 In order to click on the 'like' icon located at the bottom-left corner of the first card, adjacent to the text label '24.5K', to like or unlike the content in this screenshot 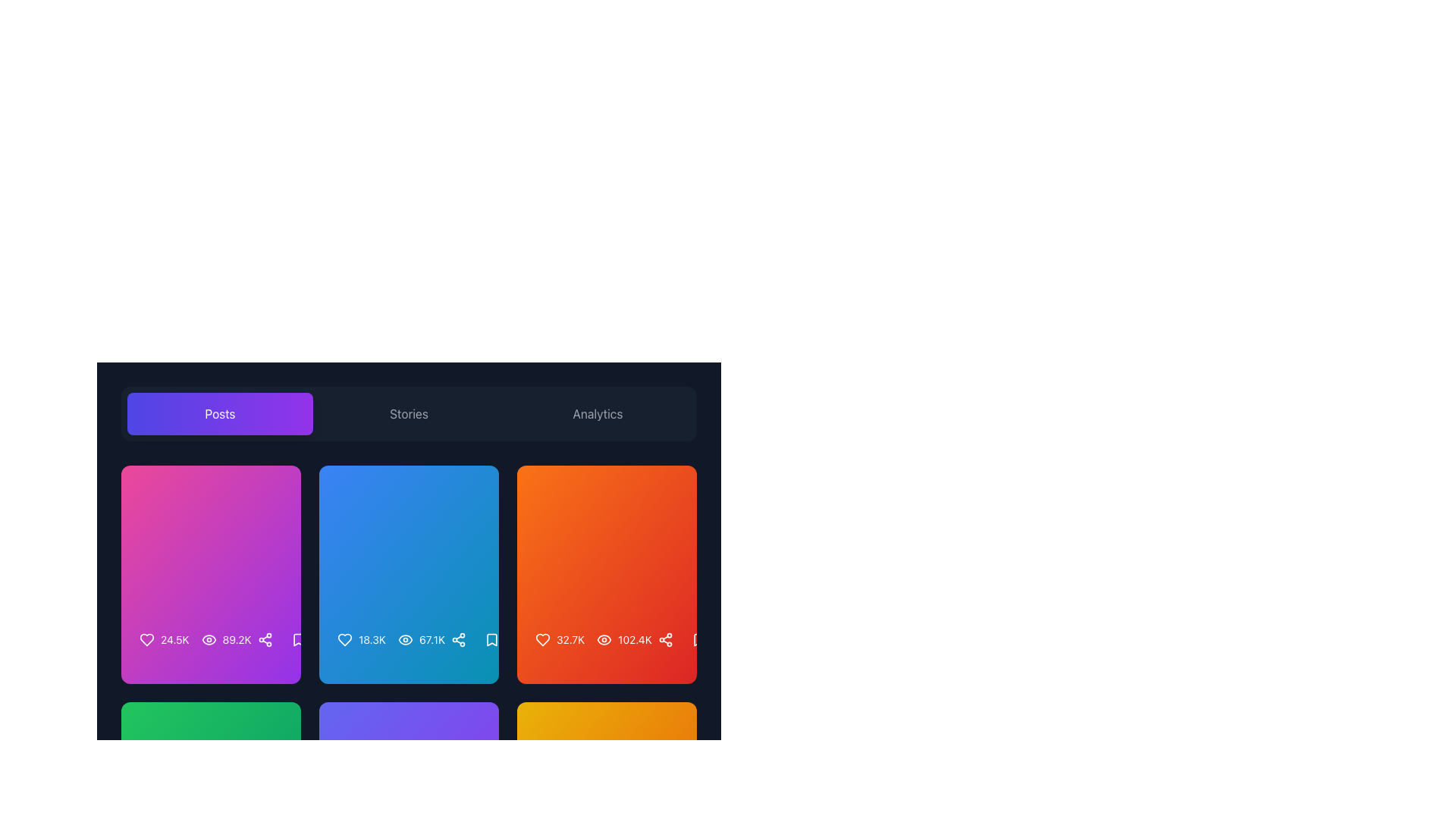, I will do `click(146, 640)`.